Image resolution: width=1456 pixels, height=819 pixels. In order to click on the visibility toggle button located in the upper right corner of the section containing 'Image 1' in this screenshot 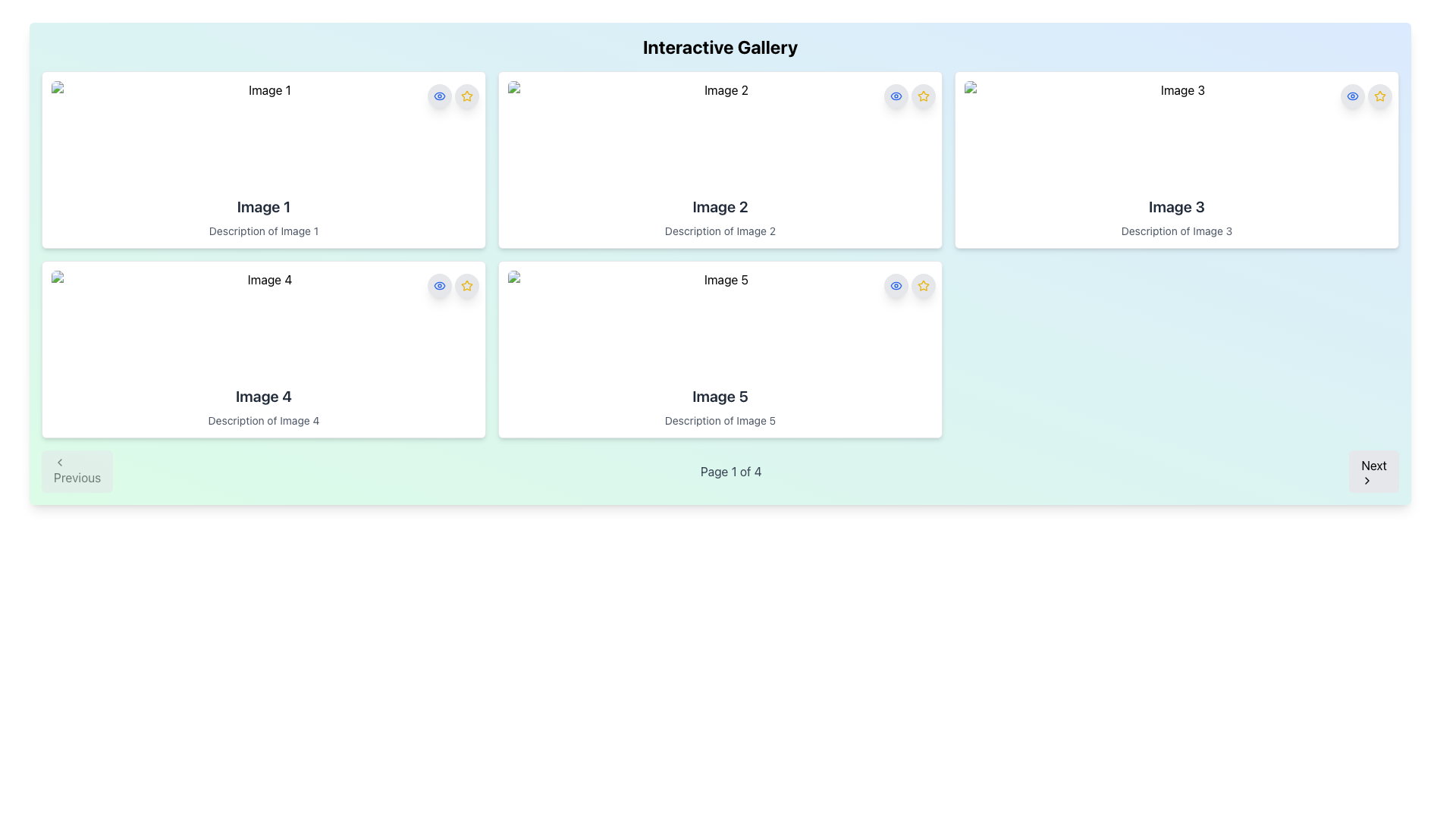, I will do `click(439, 96)`.